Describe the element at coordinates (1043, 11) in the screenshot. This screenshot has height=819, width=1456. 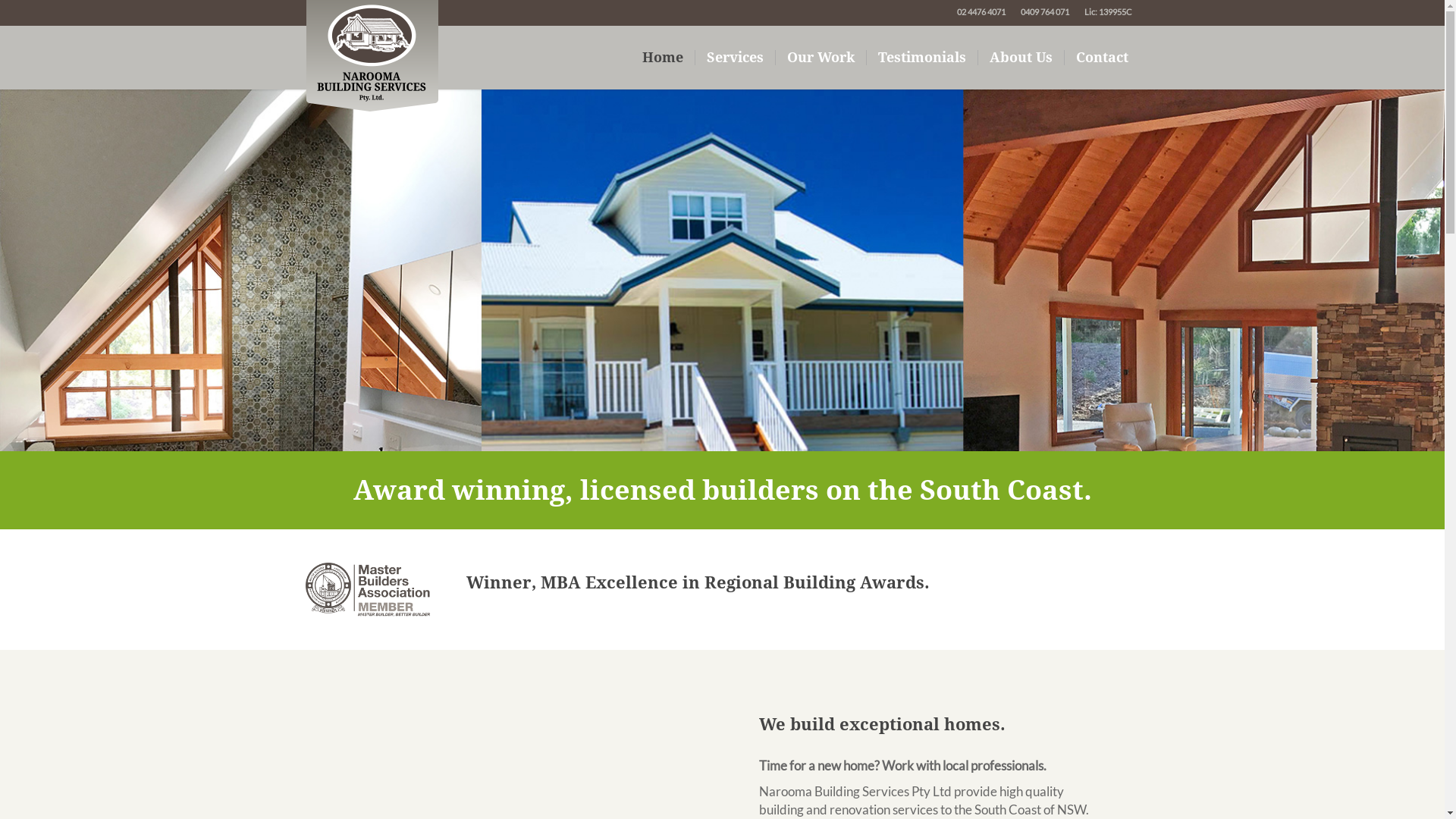
I see `'0409 764 071'` at that location.